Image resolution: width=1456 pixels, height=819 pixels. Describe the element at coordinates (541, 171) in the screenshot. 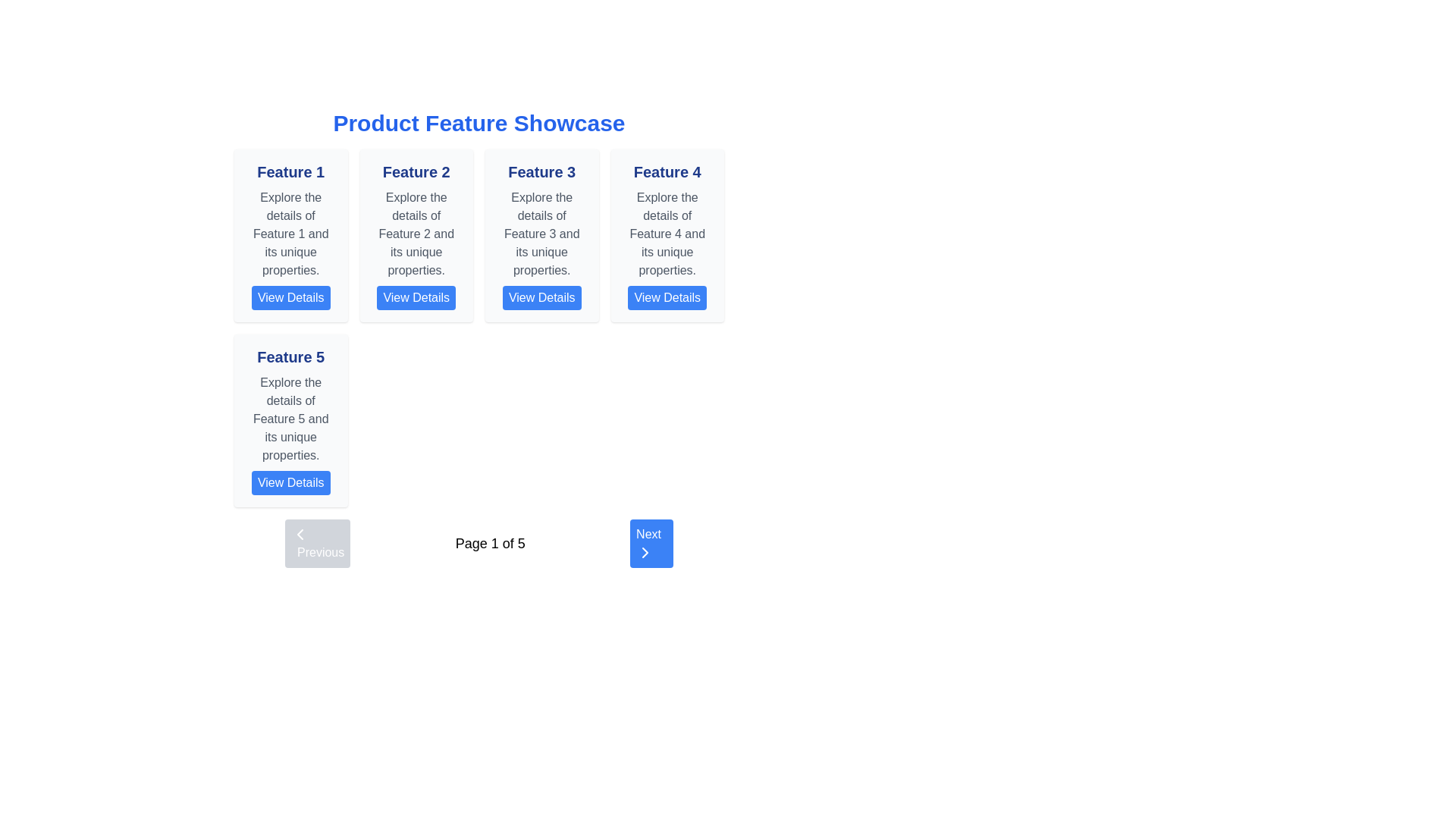

I see `the text label labeled 'Feature 3', which is bold and blue, positioned at the top of the third card in the top row of the grid interface` at that location.